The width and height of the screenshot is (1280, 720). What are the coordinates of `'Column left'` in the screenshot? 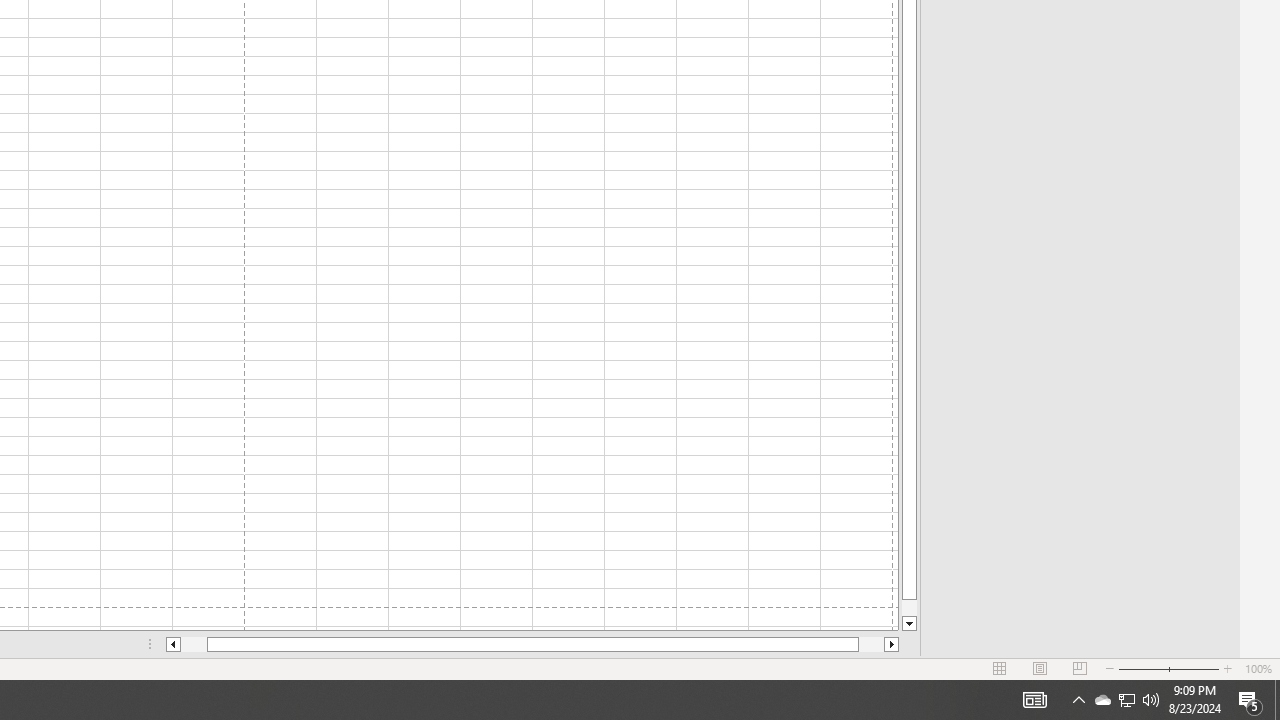 It's located at (172, 644).